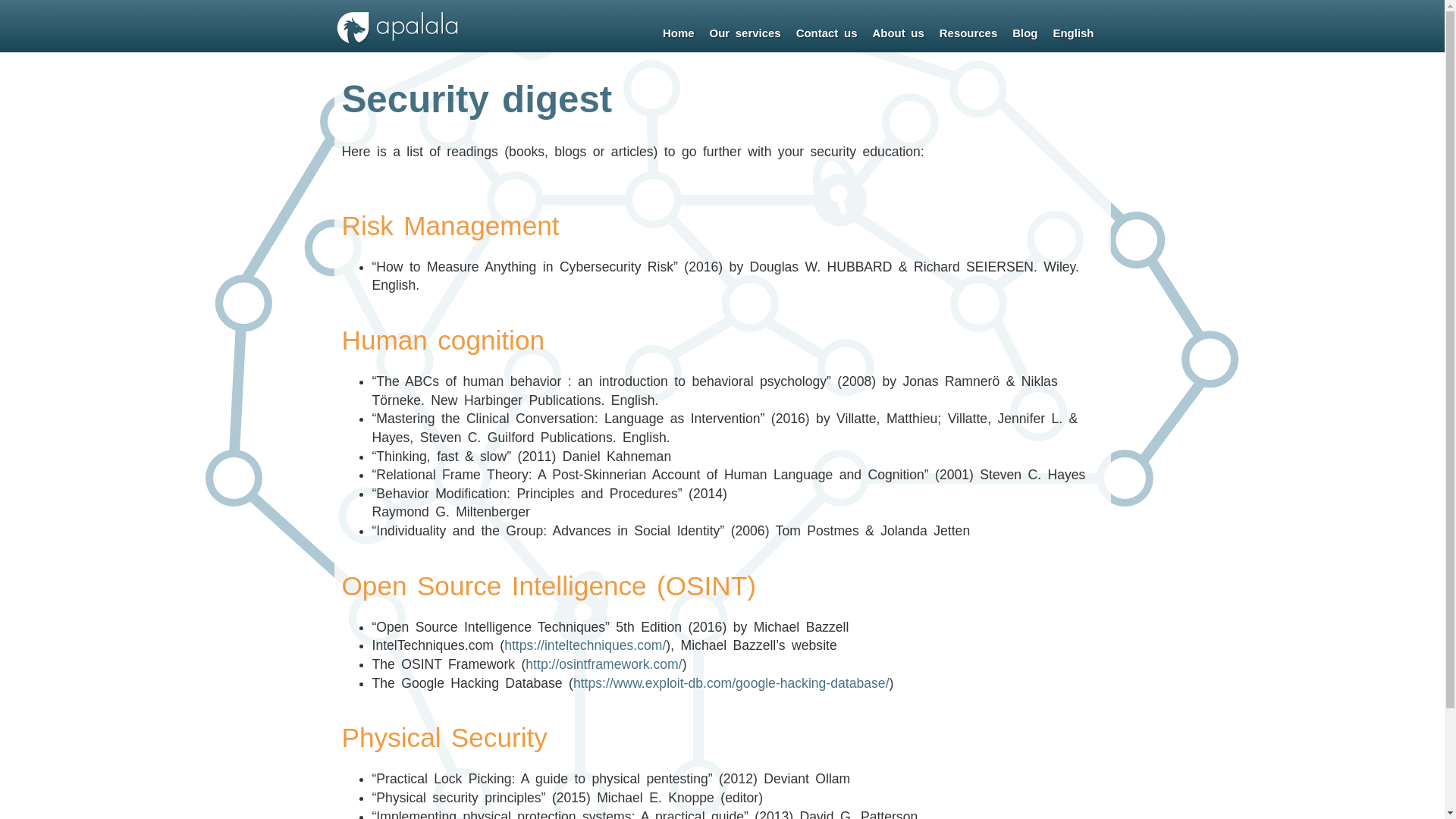  What do you see at coordinates (1025, 33) in the screenshot?
I see `'Blog'` at bounding box center [1025, 33].